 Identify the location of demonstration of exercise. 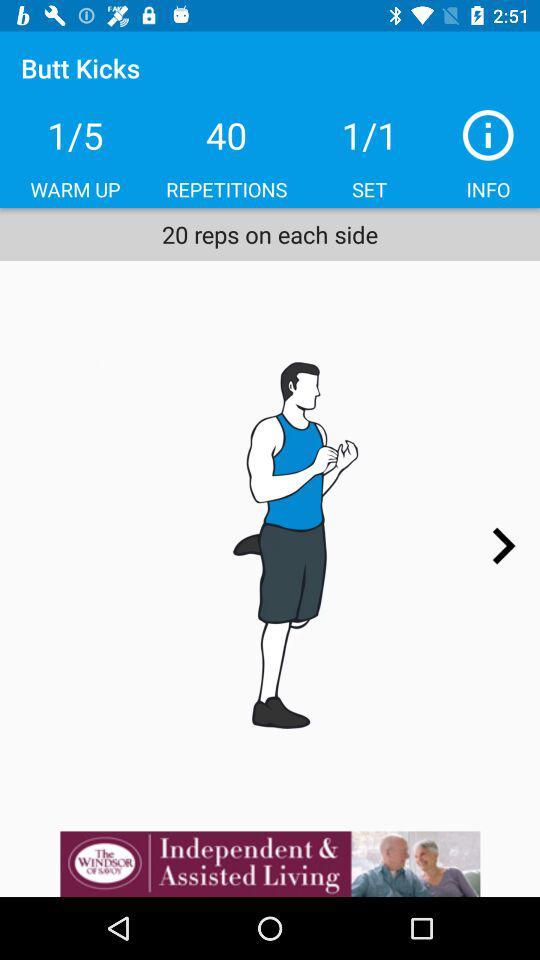
(270, 545).